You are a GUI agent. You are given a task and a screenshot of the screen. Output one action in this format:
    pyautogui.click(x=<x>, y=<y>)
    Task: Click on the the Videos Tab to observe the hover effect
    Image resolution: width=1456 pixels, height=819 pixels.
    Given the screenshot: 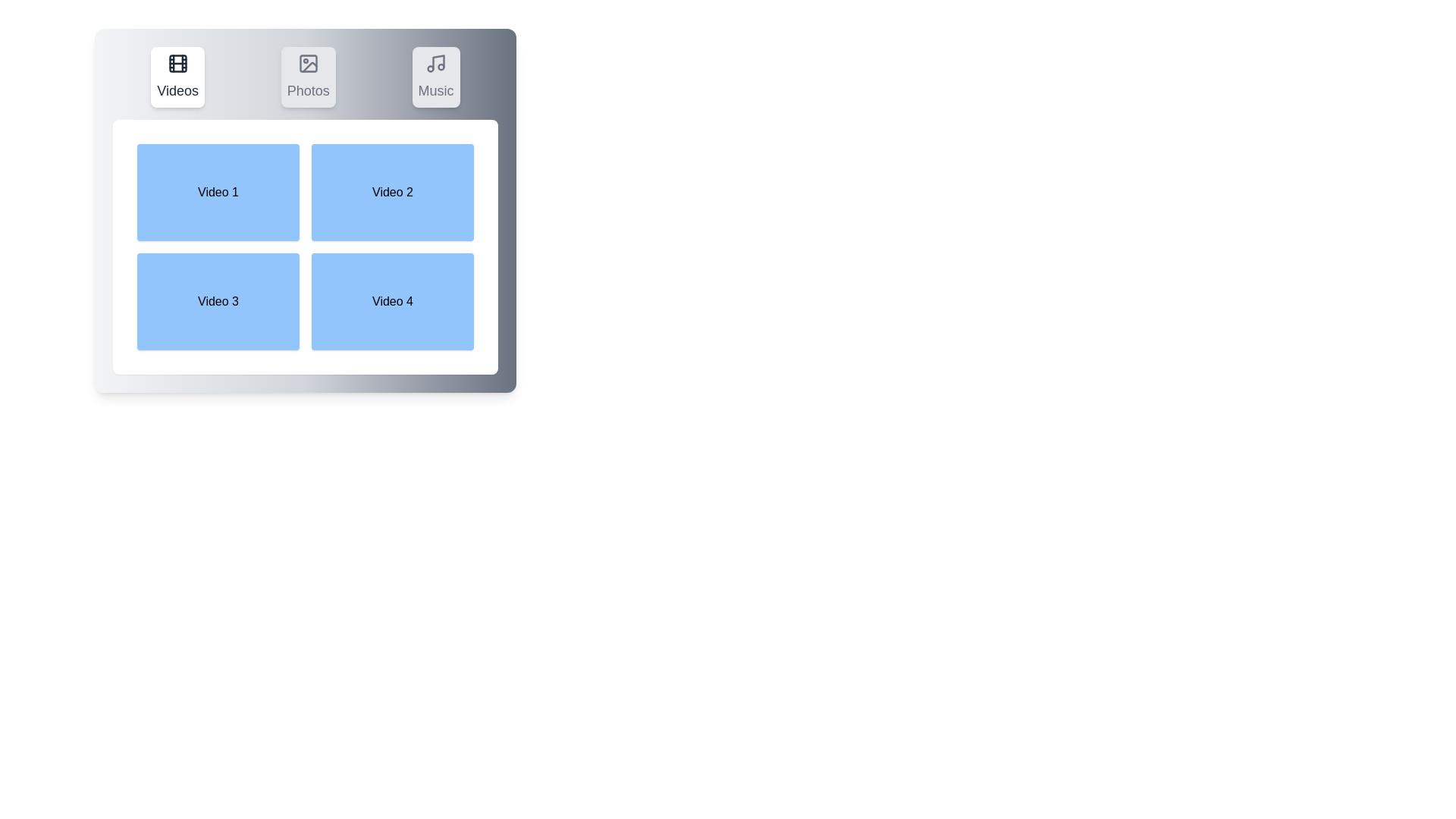 What is the action you would take?
    pyautogui.click(x=177, y=77)
    